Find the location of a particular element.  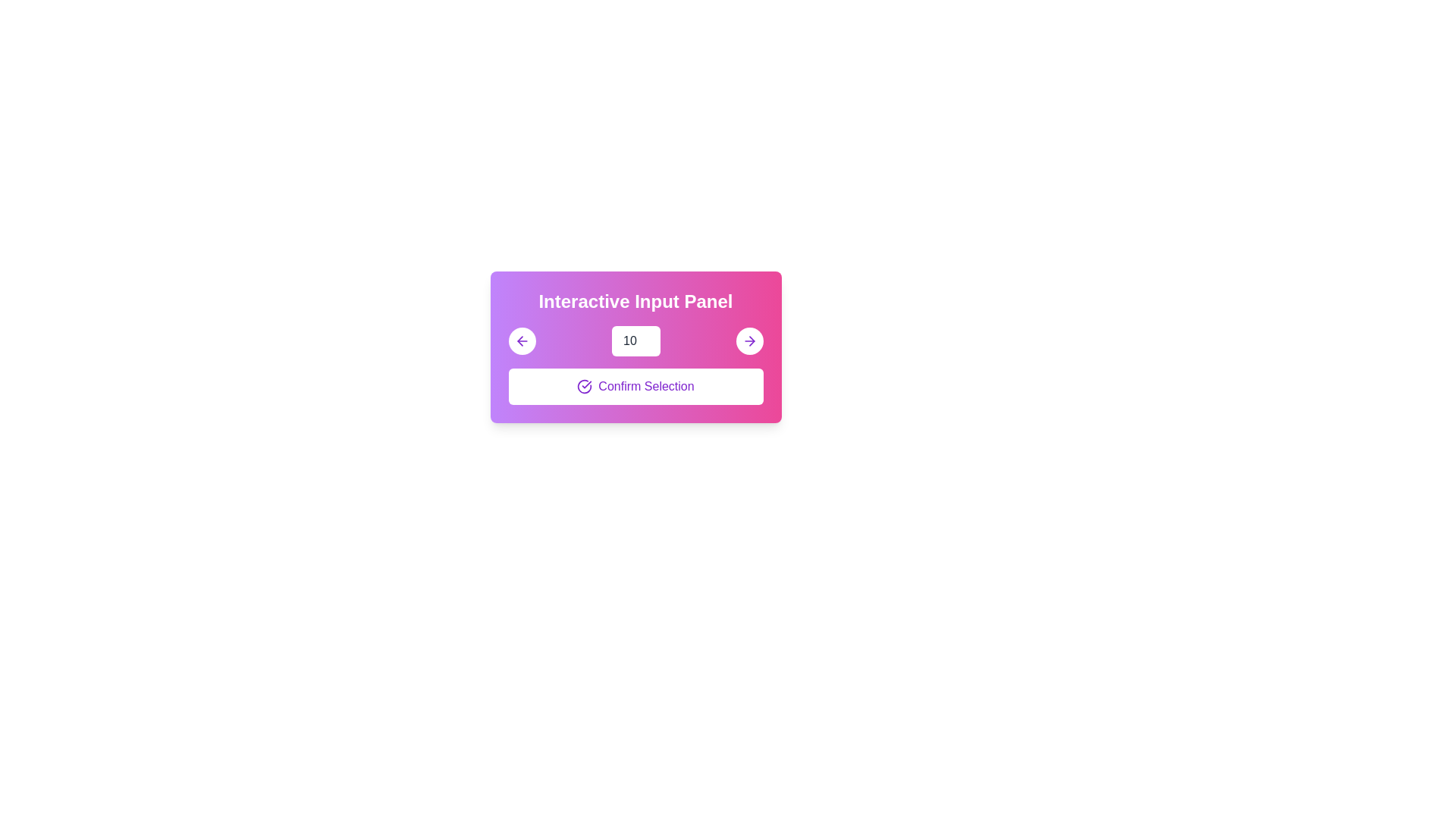

the number input field of the composite UI component combining number input and navigation buttons, located within the 'Interactive Input Panel', to edit the number is located at coordinates (635, 341).